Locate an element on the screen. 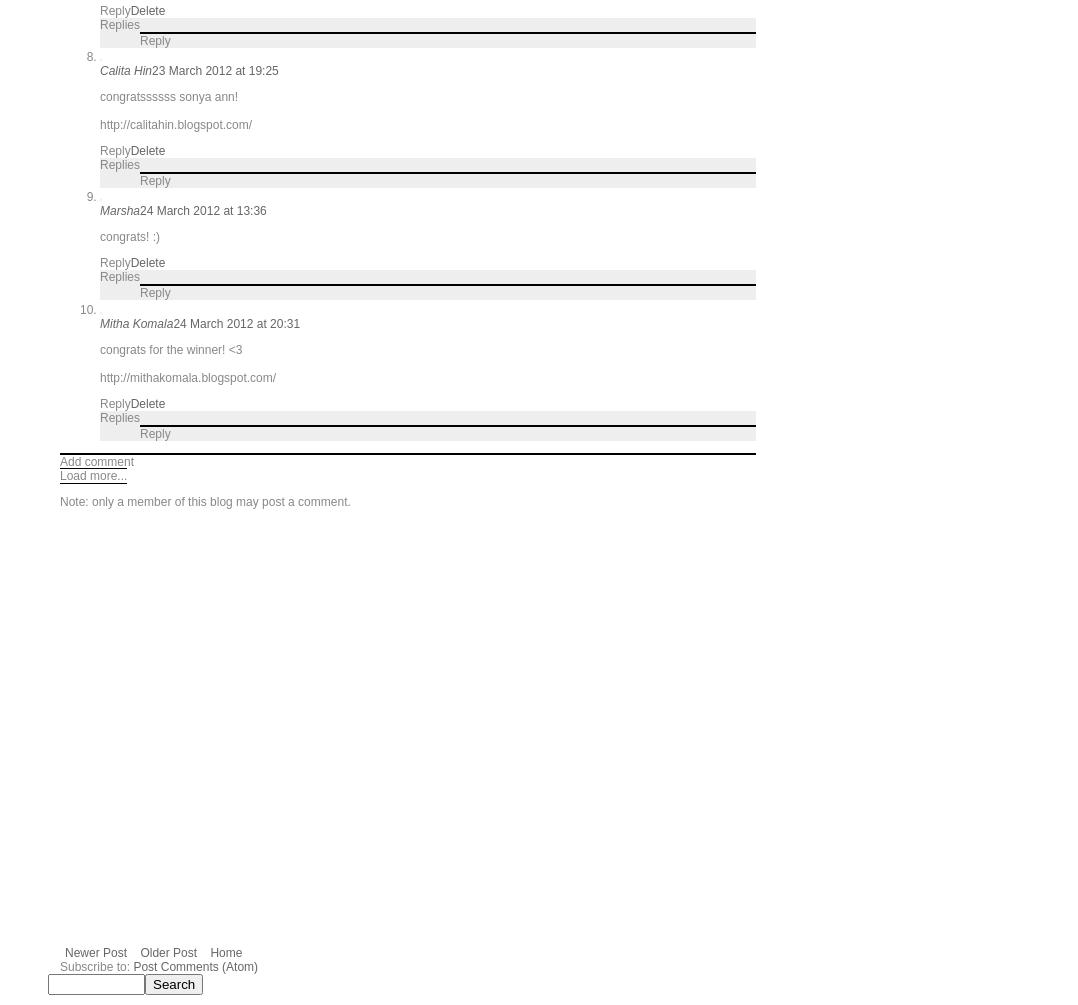 This screenshot has height=1005, width=1078. 'http://mithakomala.blogspot.com/' is located at coordinates (187, 376).